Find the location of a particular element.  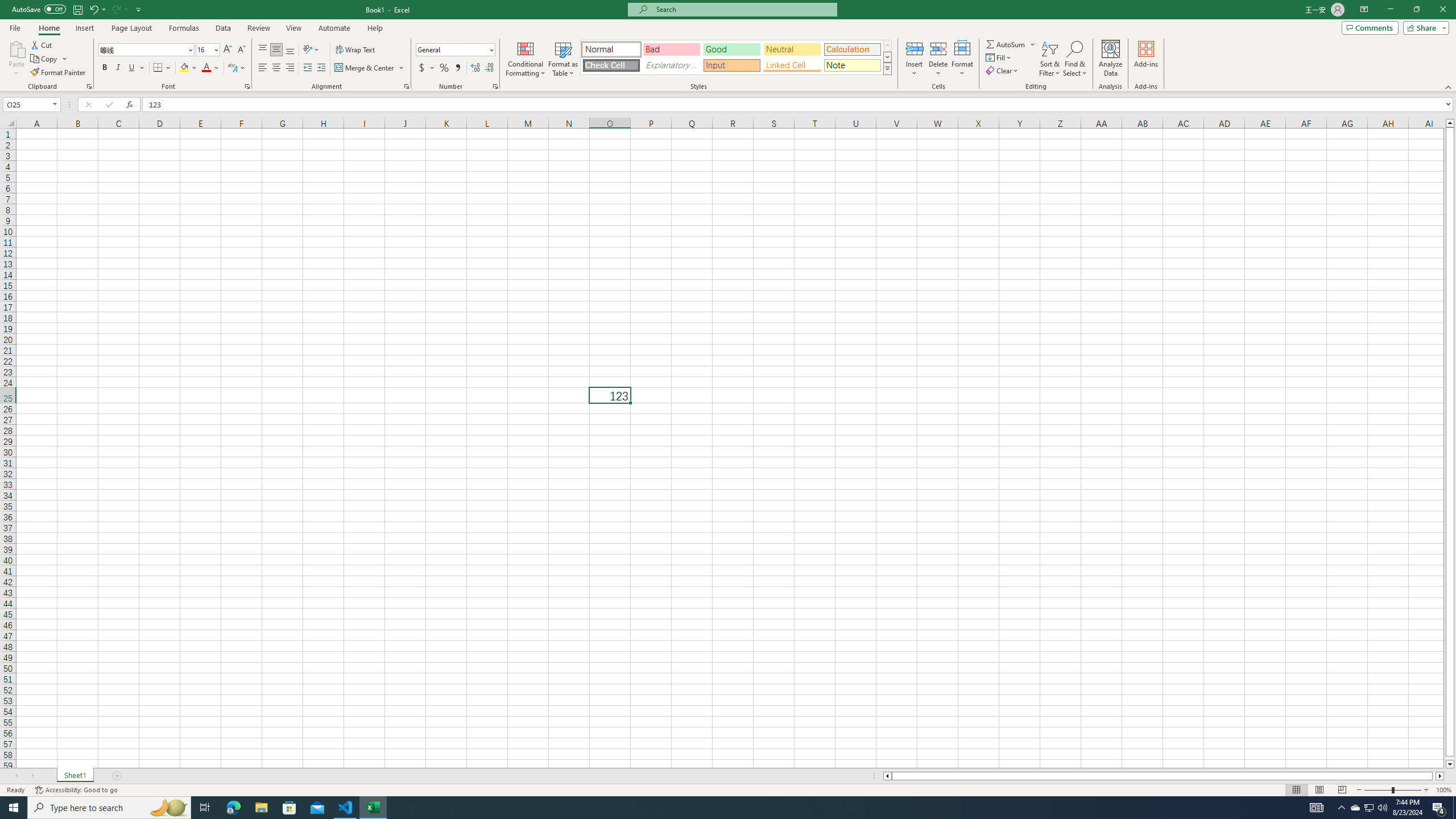

'Delete' is located at coordinates (937, 59).